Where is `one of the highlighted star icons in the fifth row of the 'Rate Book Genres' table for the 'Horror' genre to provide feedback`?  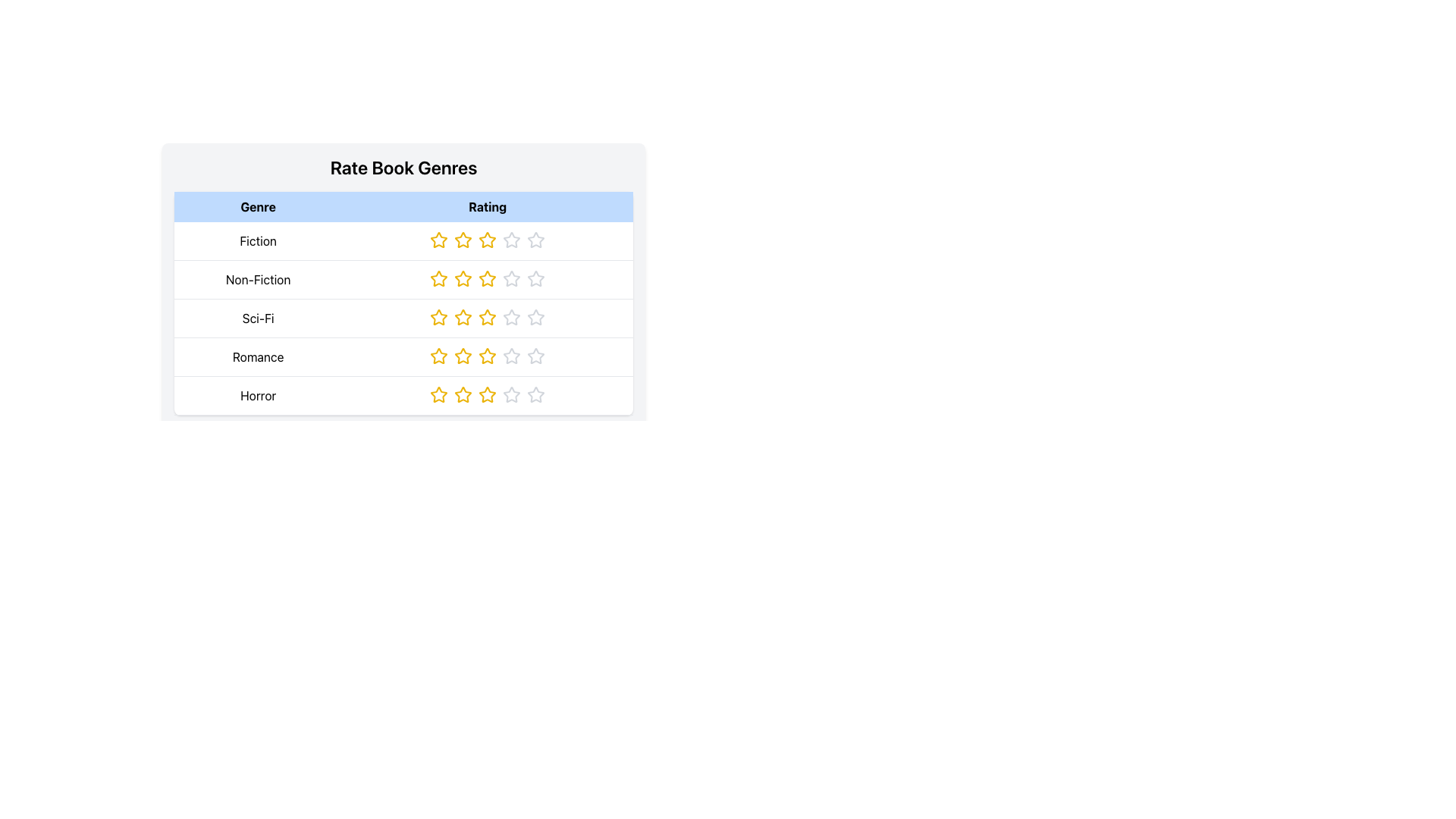 one of the highlighted star icons in the fifth row of the 'Rate Book Genres' table for the 'Horror' genre to provide feedback is located at coordinates (403, 394).